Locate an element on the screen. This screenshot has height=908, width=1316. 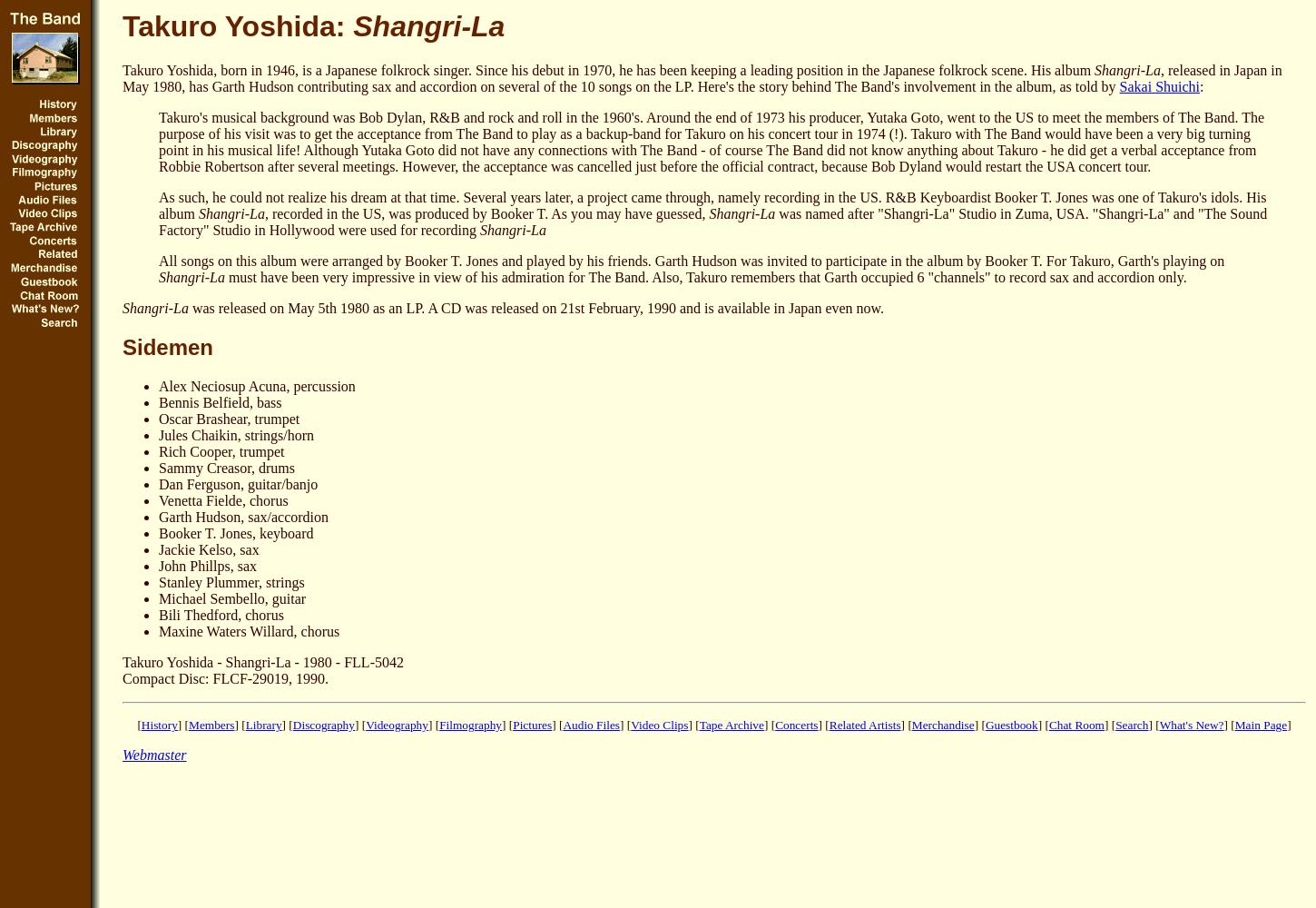
'Pictures' is located at coordinates (513, 725).